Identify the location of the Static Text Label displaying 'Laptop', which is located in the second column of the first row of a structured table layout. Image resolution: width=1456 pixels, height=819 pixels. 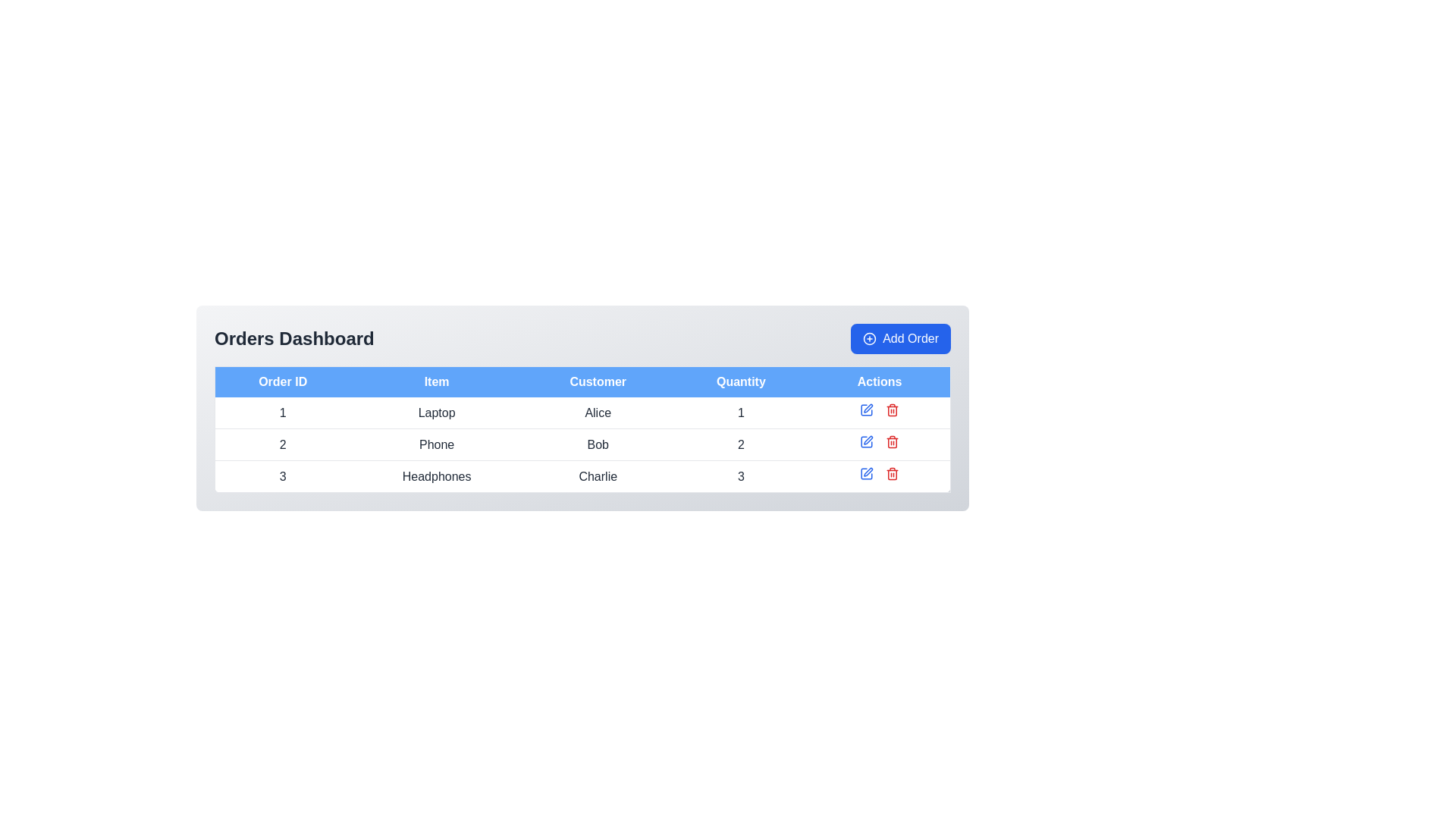
(436, 413).